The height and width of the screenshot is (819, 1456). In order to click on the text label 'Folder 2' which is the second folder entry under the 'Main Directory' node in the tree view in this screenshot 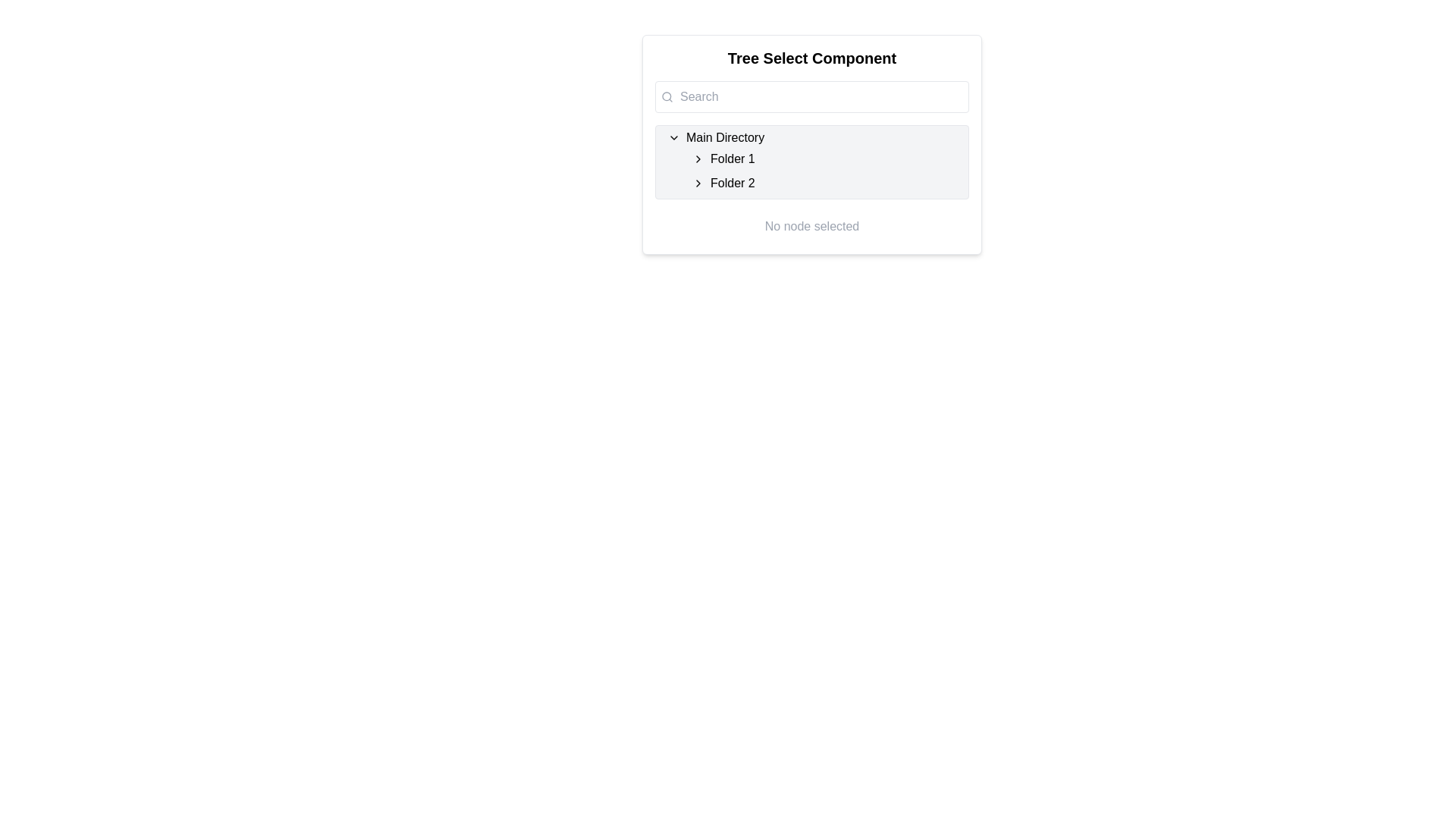, I will do `click(733, 183)`.